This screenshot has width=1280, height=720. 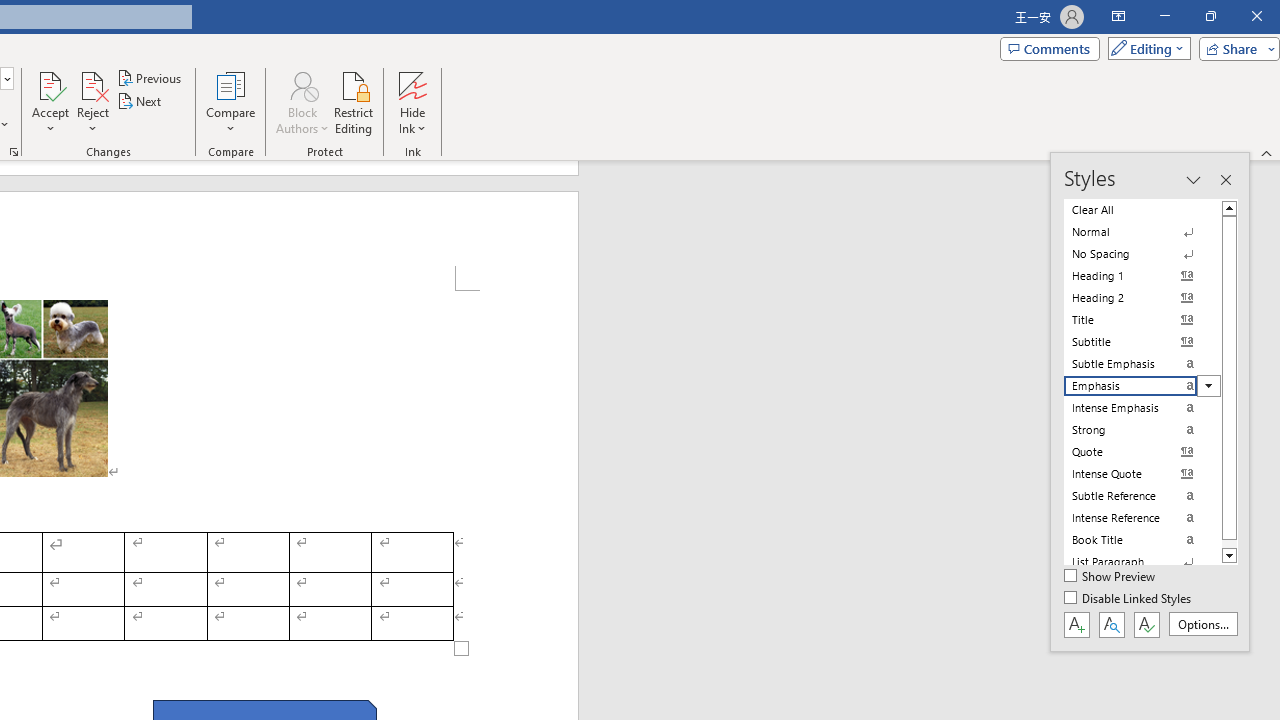 I want to click on 'Restrict Editing', so click(x=353, y=103).